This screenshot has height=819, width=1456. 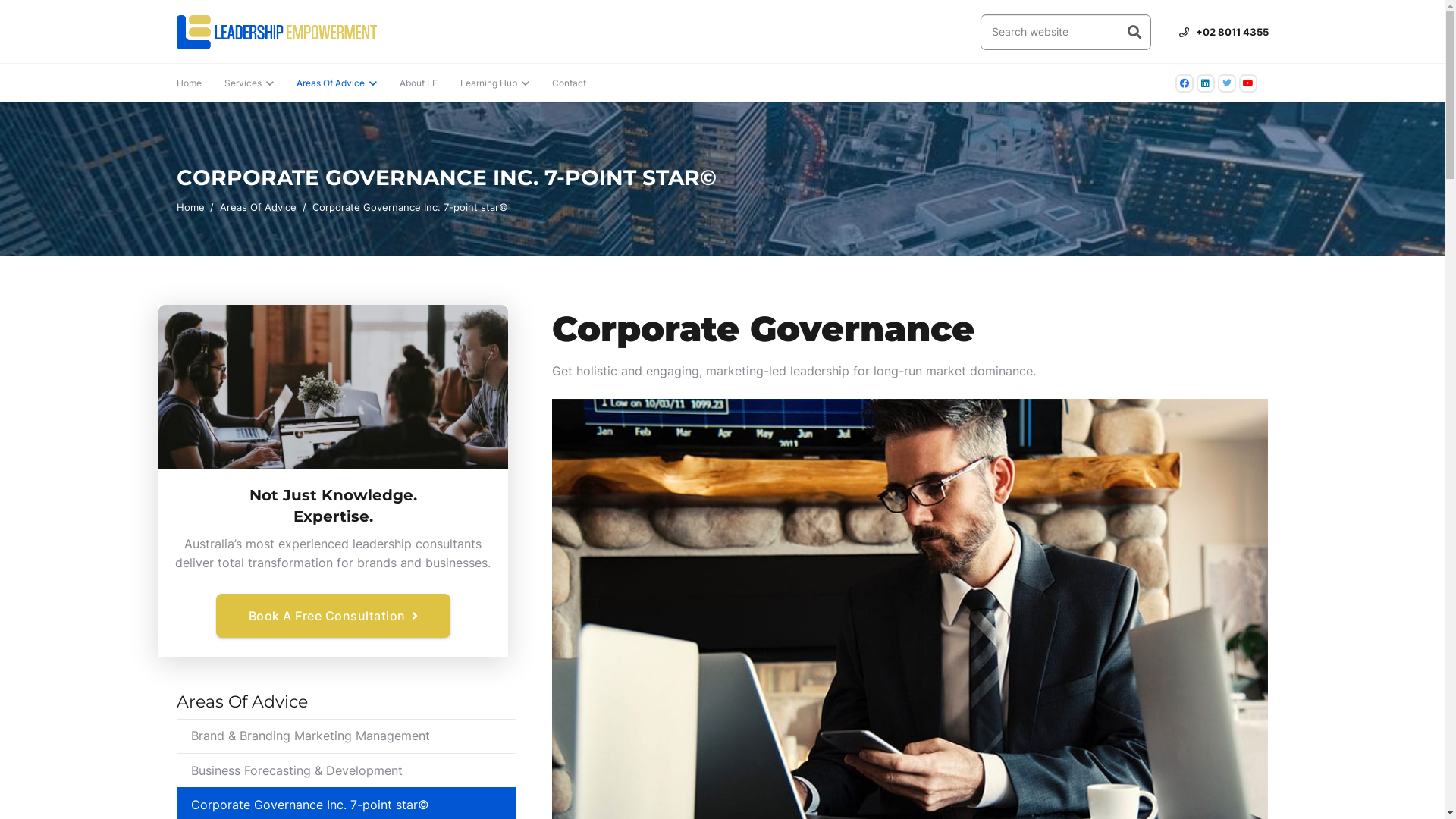 What do you see at coordinates (188, 83) in the screenshot?
I see `'Home'` at bounding box center [188, 83].